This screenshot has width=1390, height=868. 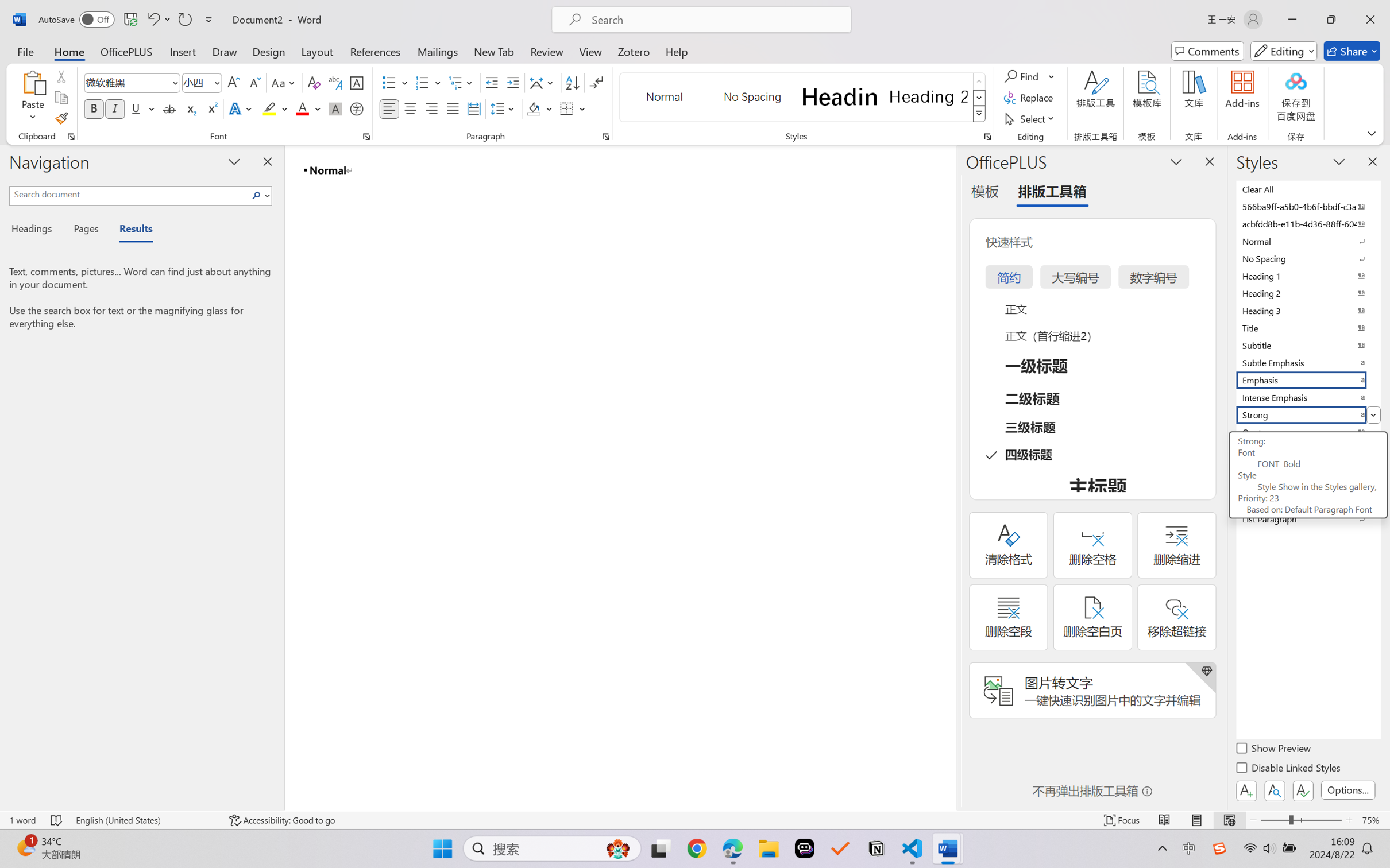 I want to click on 'Numbering', so click(x=422, y=83).